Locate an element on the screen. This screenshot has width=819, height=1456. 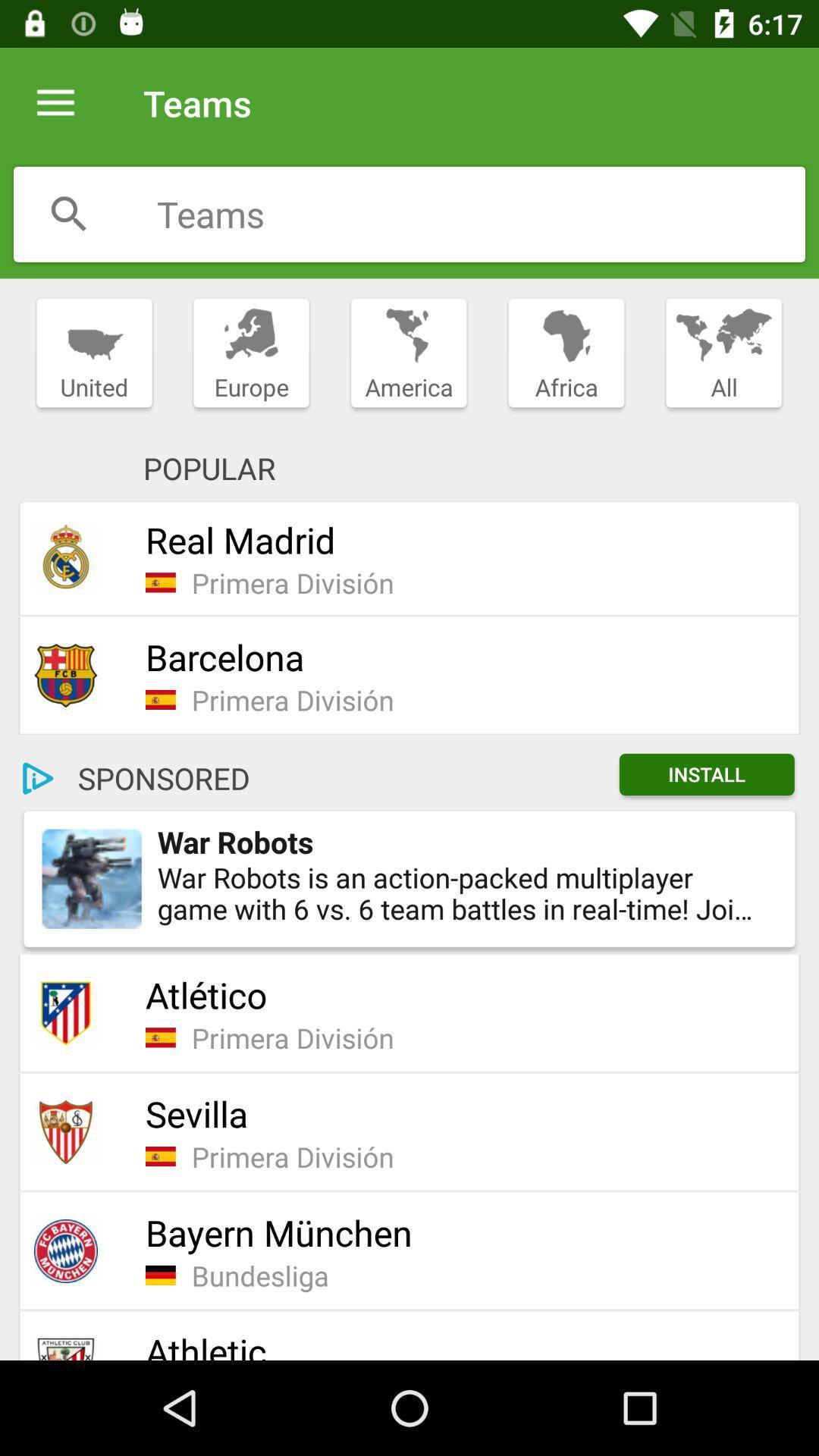
the item next to the europe item is located at coordinates (94, 353).